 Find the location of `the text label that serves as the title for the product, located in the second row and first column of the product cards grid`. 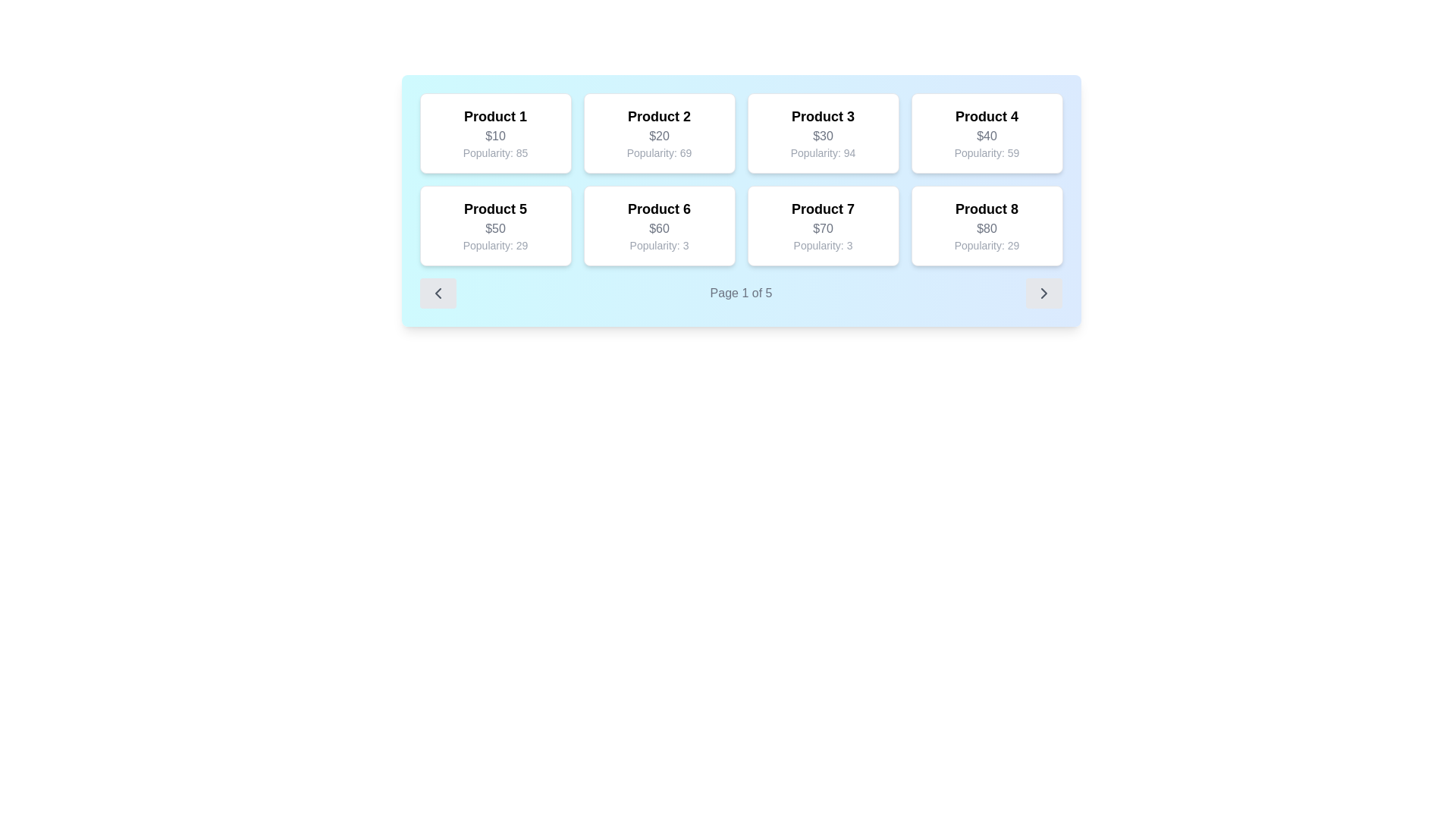

the text label that serves as the title for the product, located in the second row and first column of the product cards grid is located at coordinates (495, 209).